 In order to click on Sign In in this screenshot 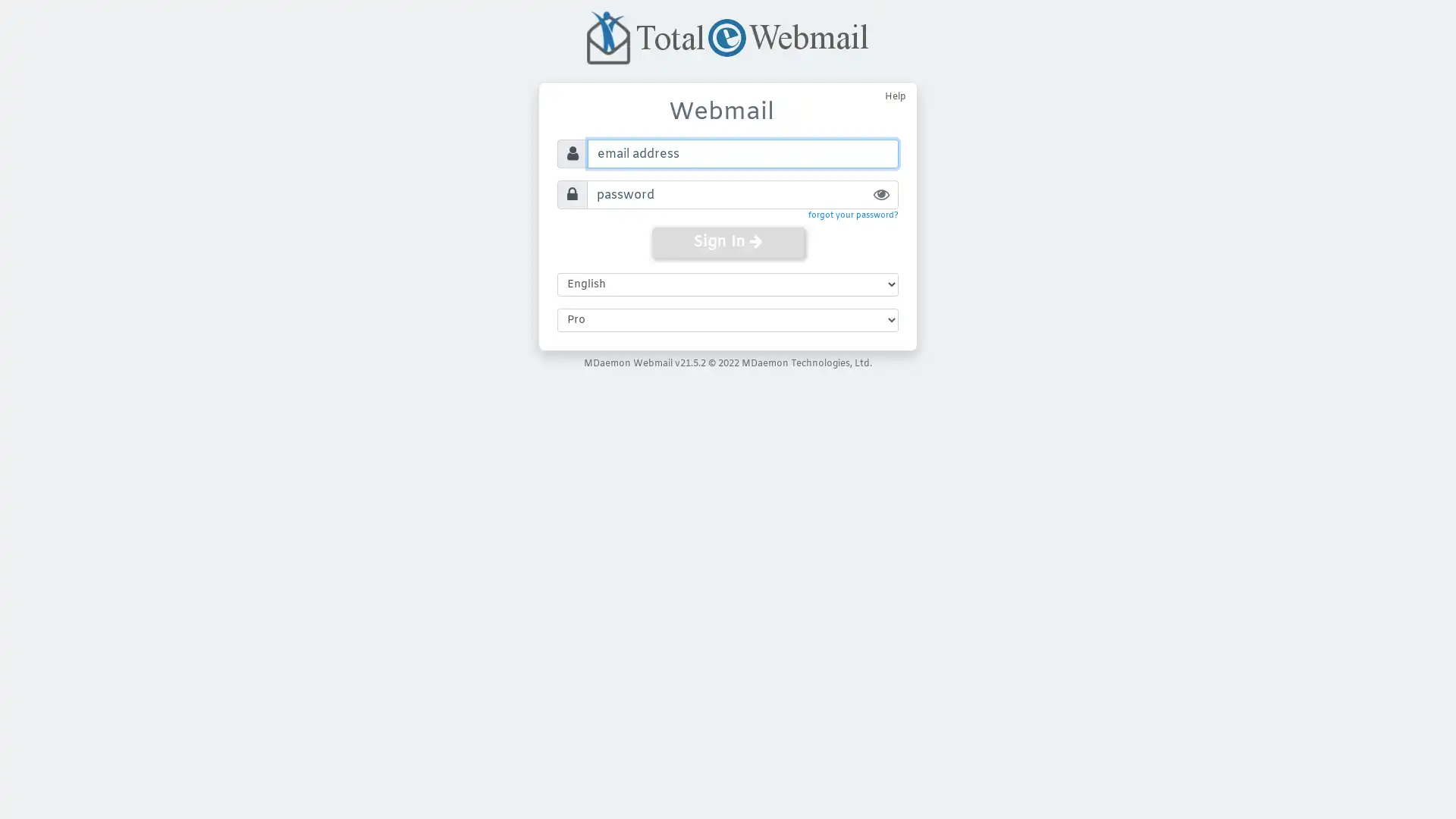, I will do `click(728, 242)`.